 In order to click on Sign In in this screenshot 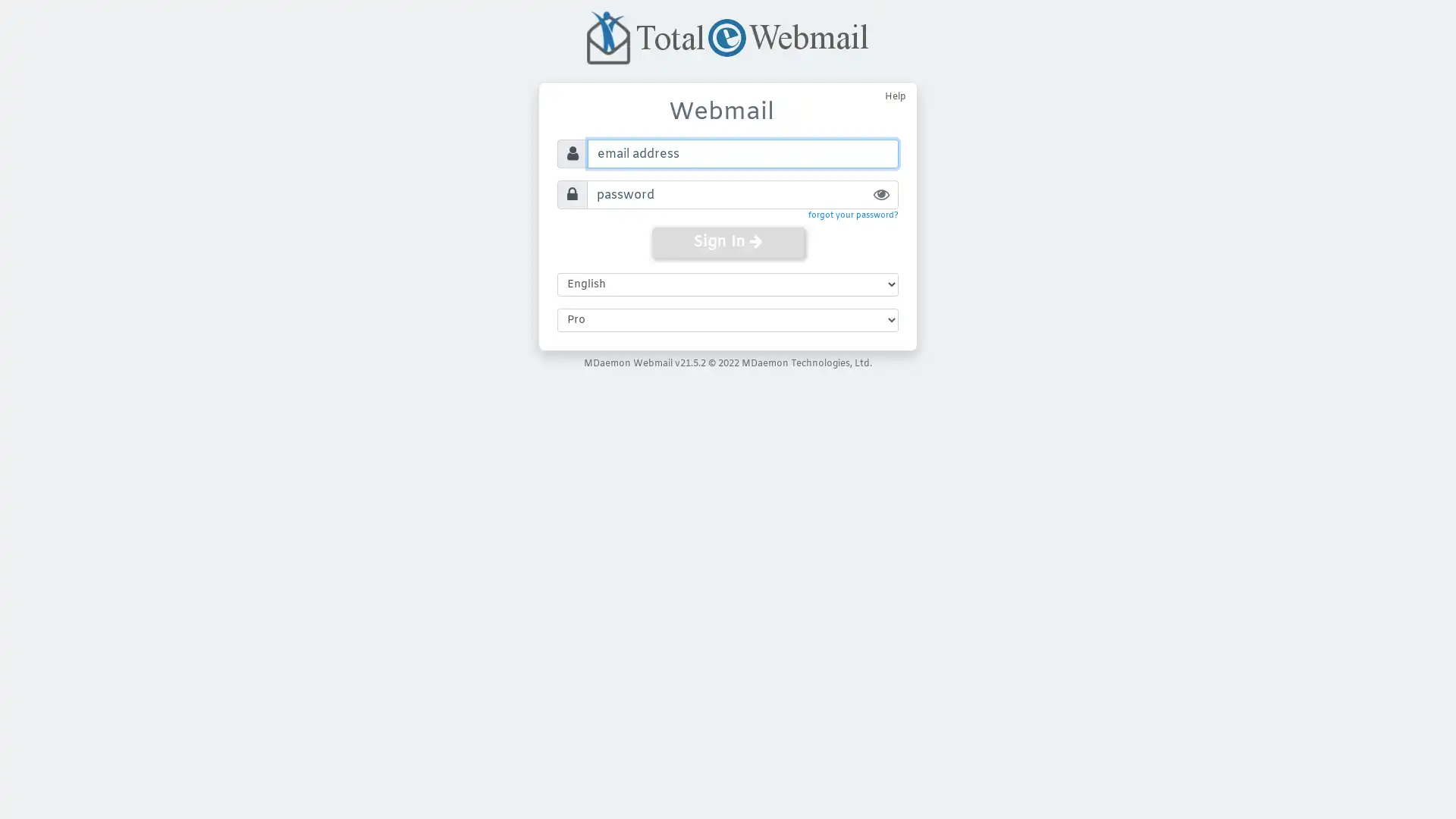, I will do `click(728, 242)`.